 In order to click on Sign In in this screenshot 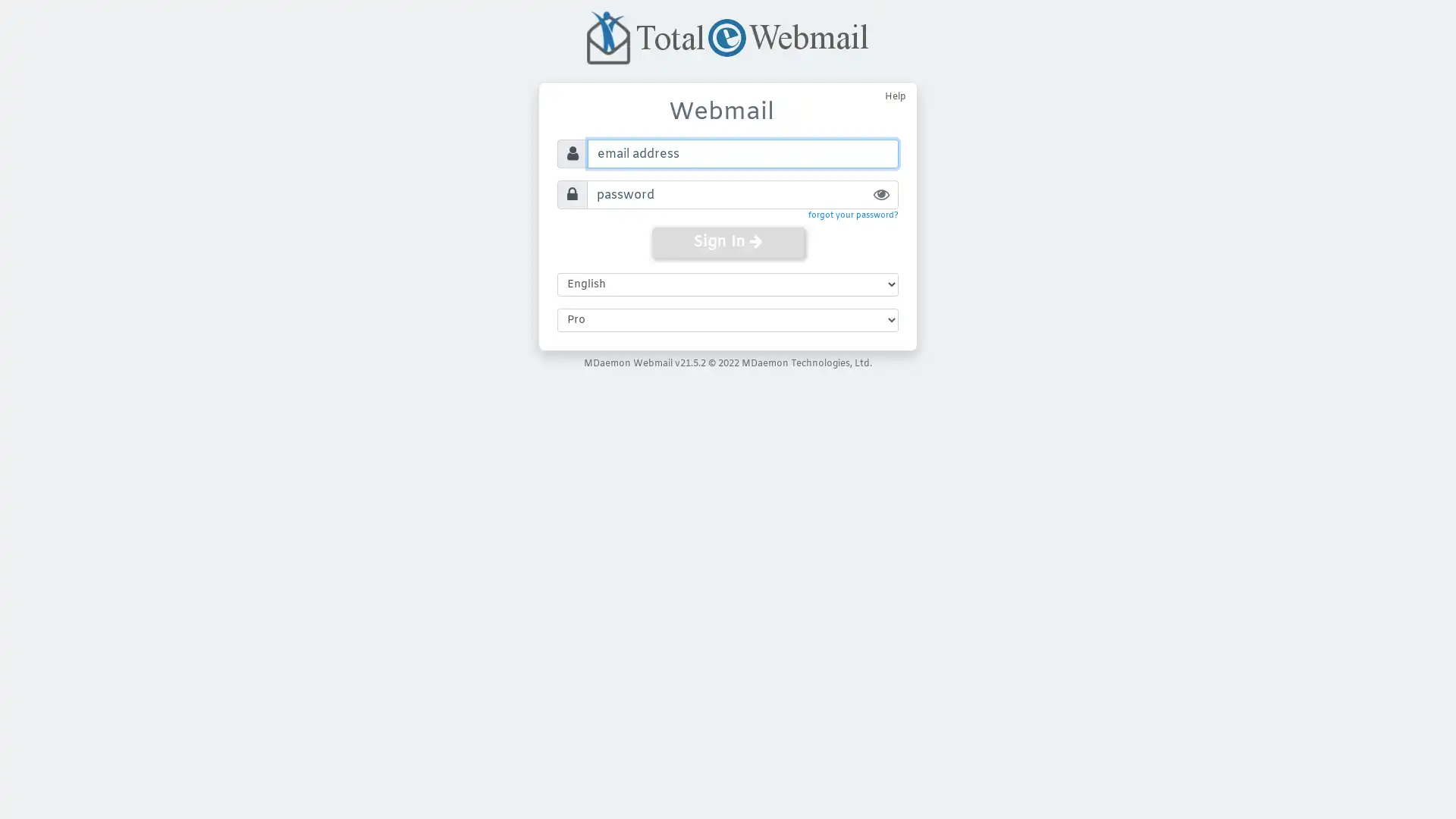, I will do `click(728, 242)`.